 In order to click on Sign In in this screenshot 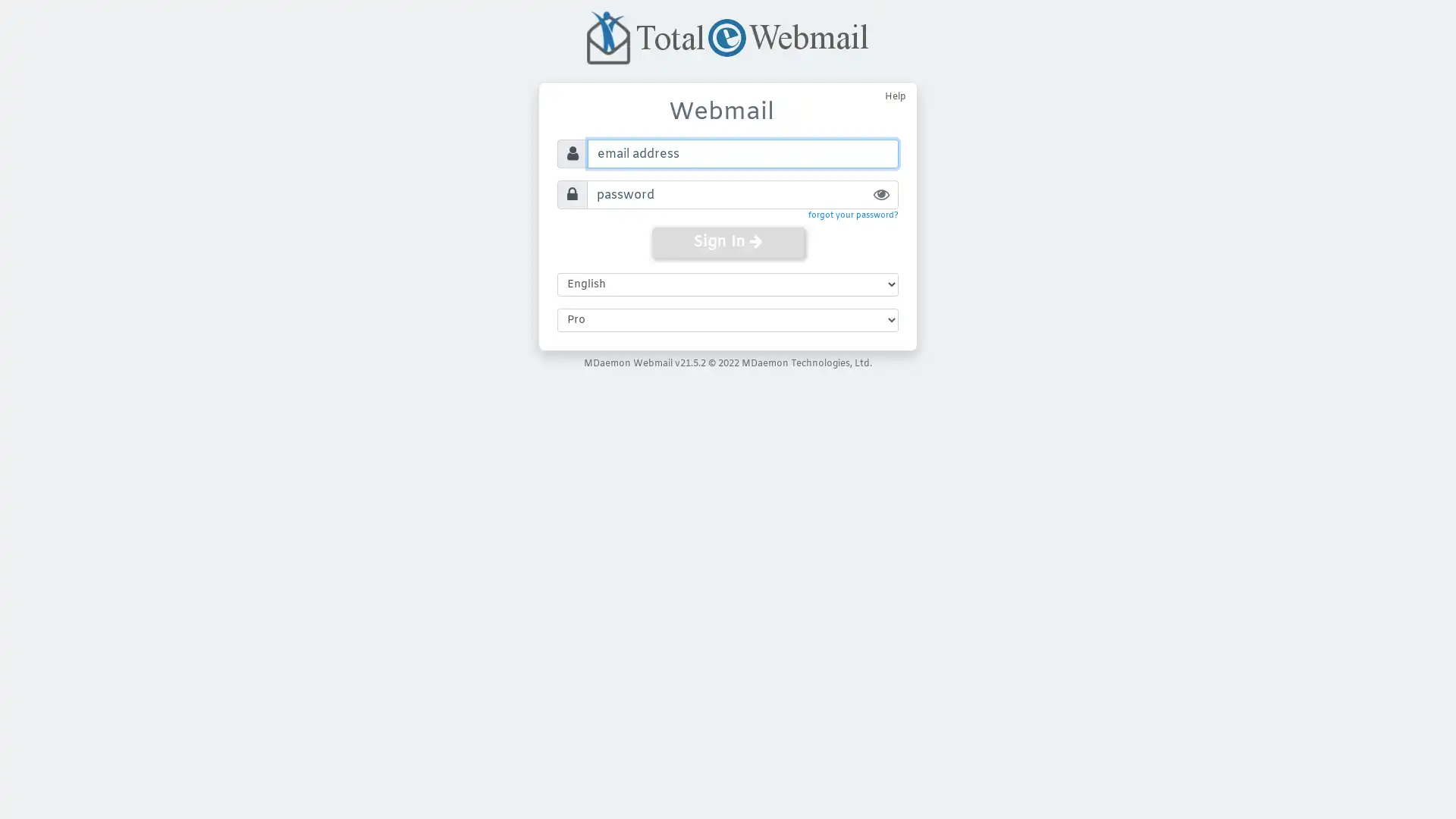, I will do `click(728, 242)`.